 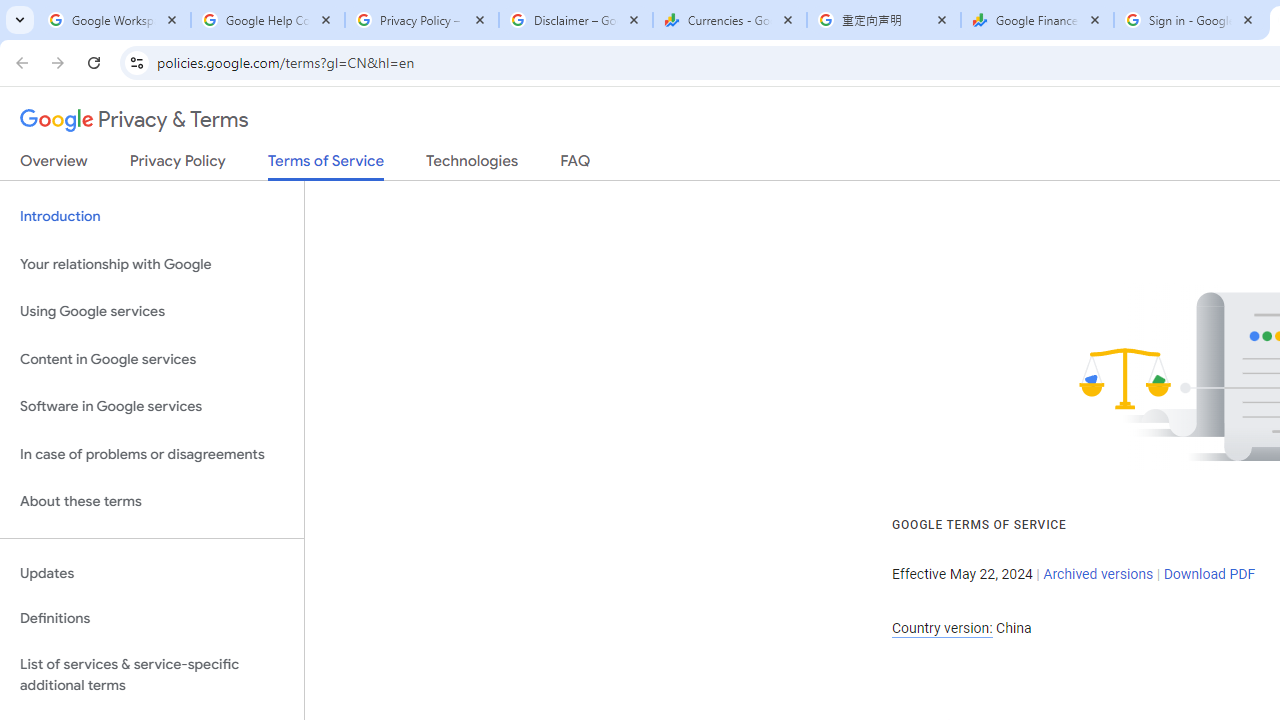 I want to click on 'Archived versions', so click(x=1097, y=574).